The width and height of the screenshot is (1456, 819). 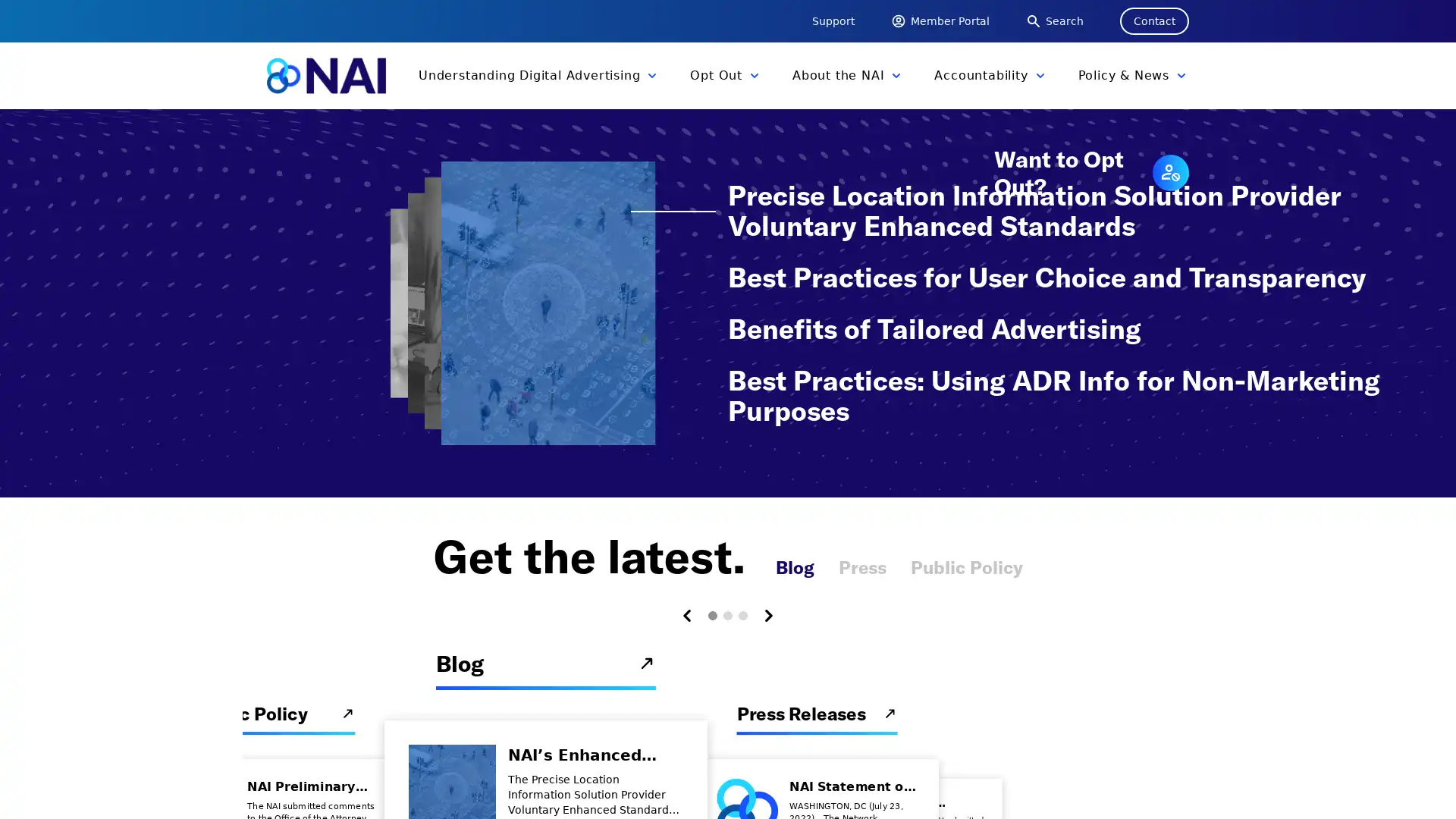 What do you see at coordinates (793, 567) in the screenshot?
I see `Blog` at bounding box center [793, 567].